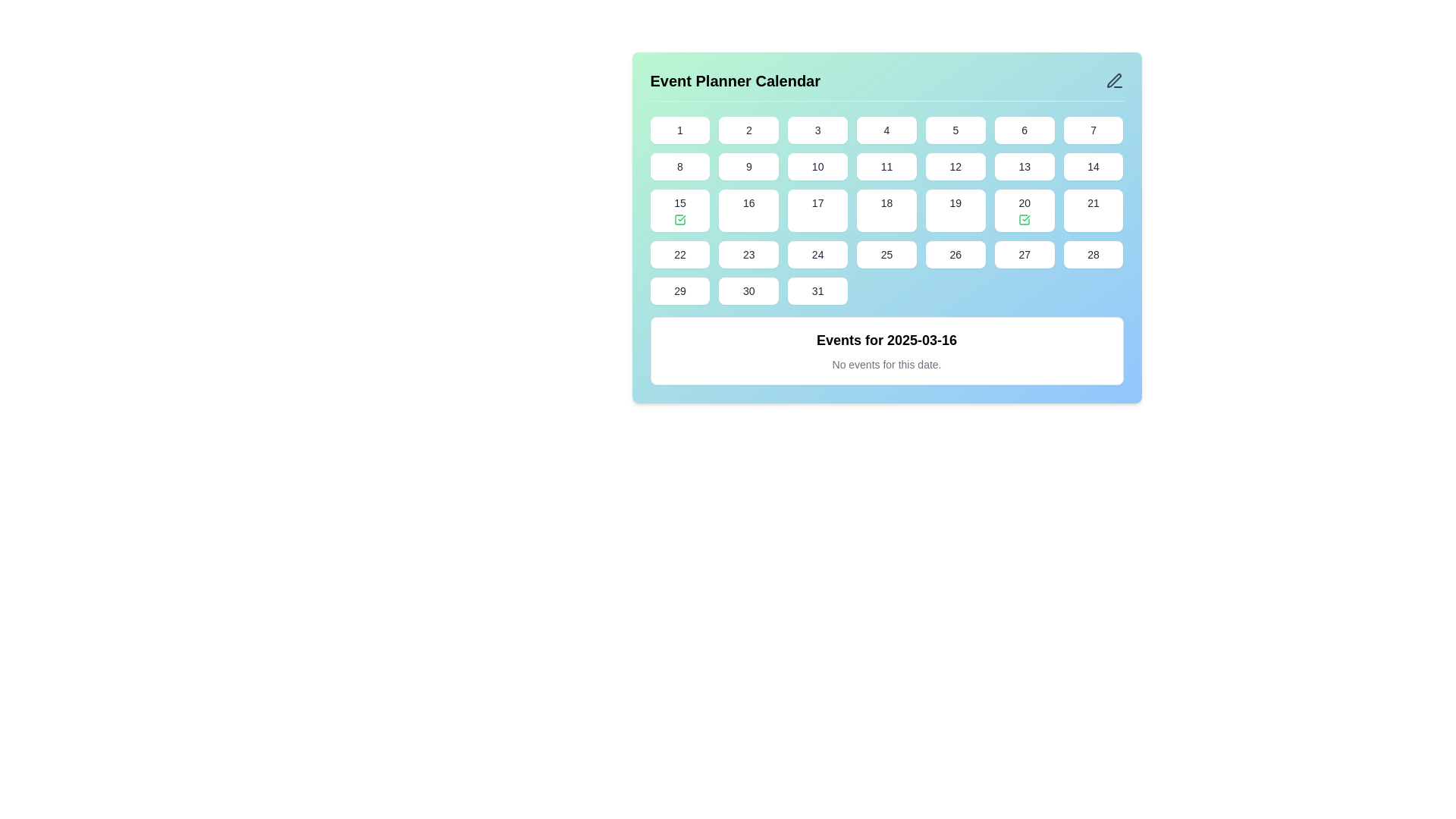 The image size is (1456, 819). What do you see at coordinates (748, 253) in the screenshot?
I see `the calendar date button displaying the number '23'` at bounding box center [748, 253].